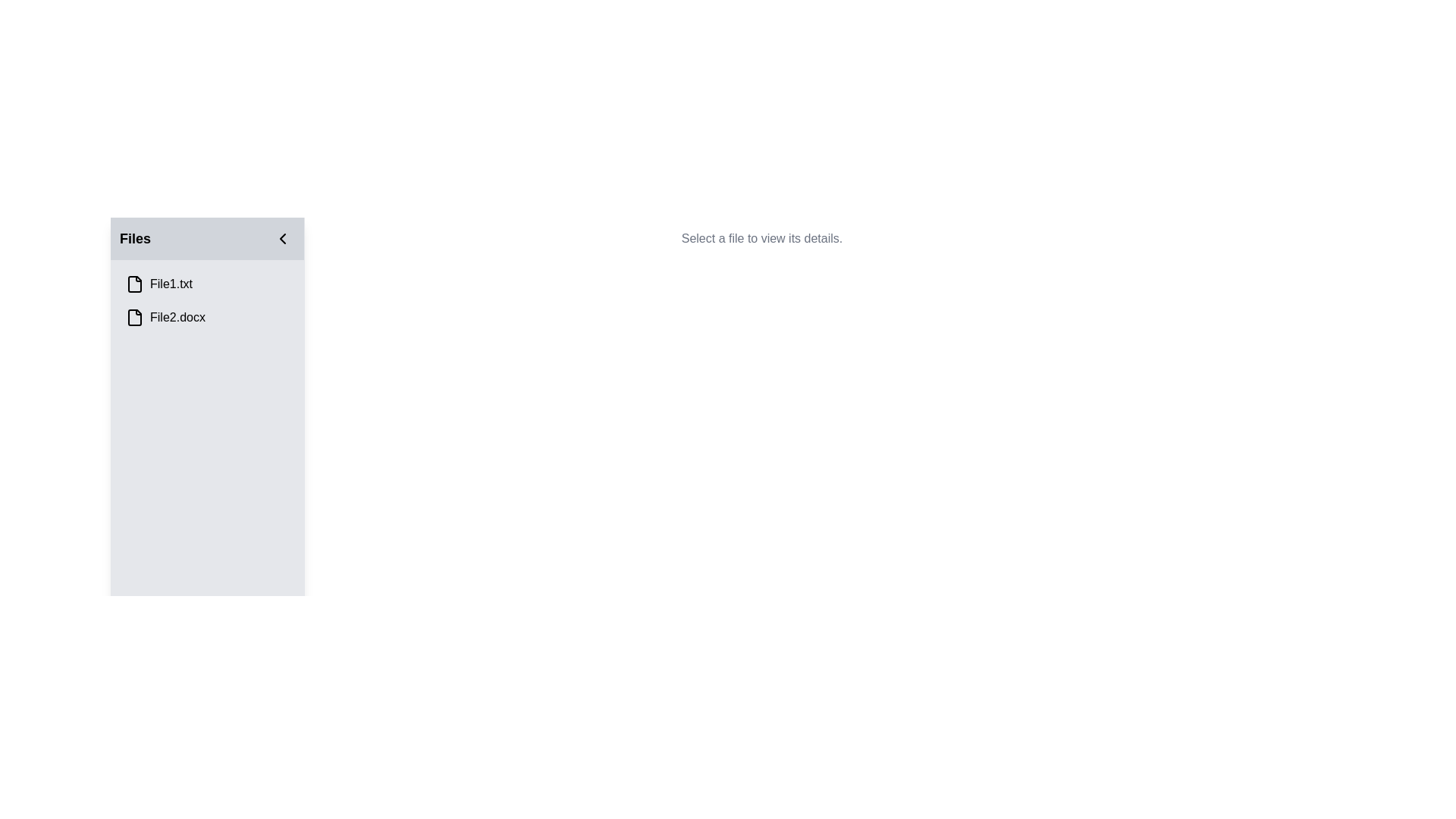 The height and width of the screenshot is (819, 1456). Describe the element at coordinates (134, 317) in the screenshot. I see `the document file icon for 'File2.docx', which is located in the second row of the file entries on the left sidebar` at that location.